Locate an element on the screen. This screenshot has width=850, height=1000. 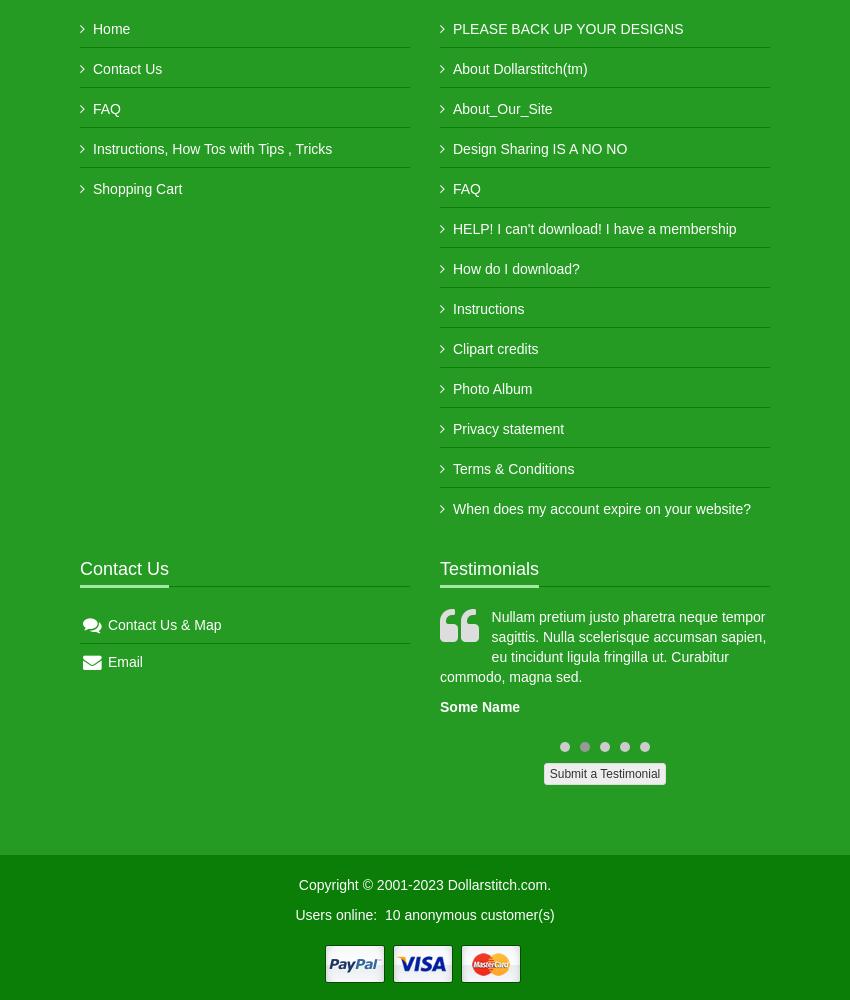
'Email' is located at coordinates (121, 662).